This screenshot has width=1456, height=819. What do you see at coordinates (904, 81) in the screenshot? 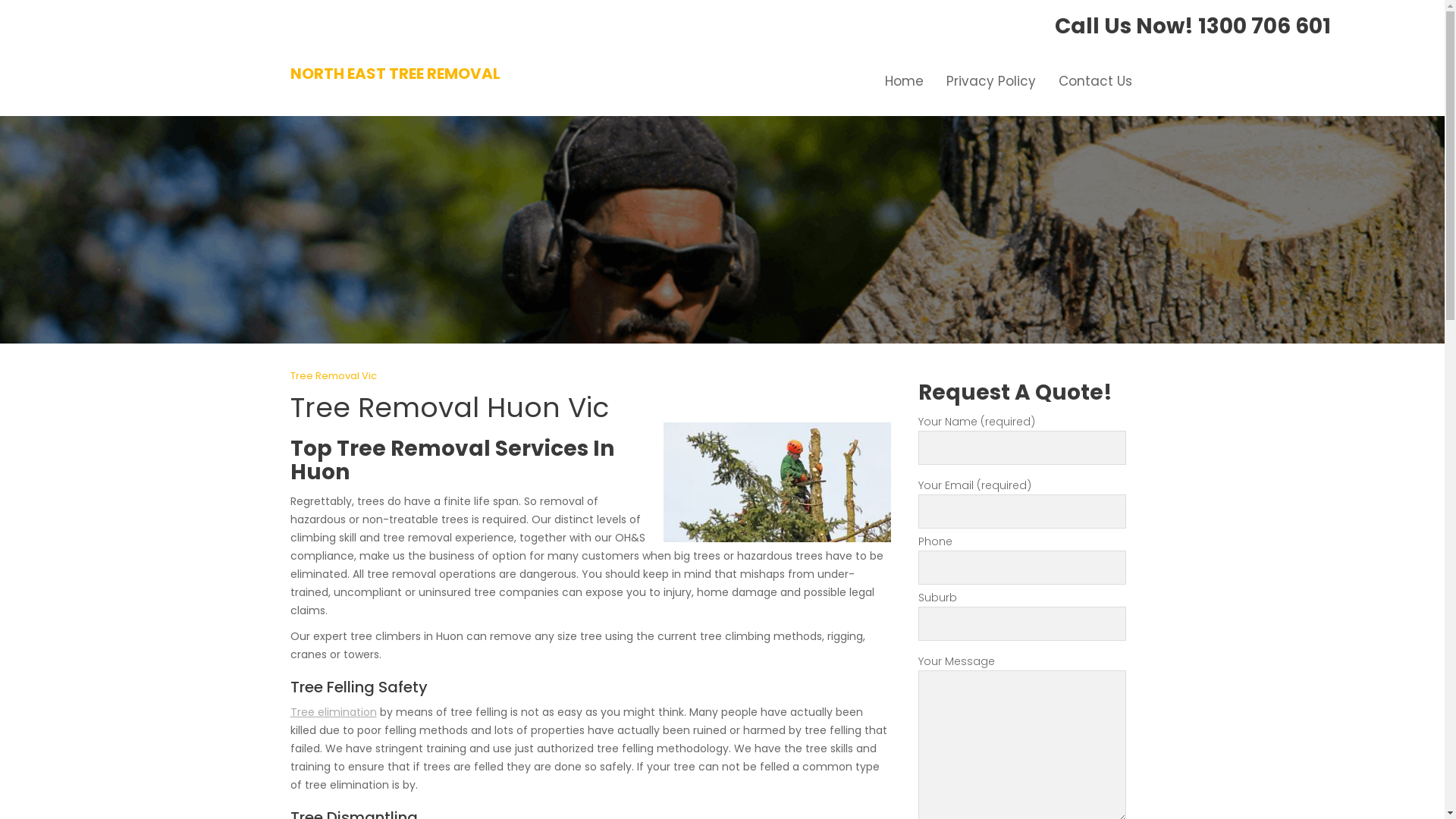
I see `'Home'` at bounding box center [904, 81].